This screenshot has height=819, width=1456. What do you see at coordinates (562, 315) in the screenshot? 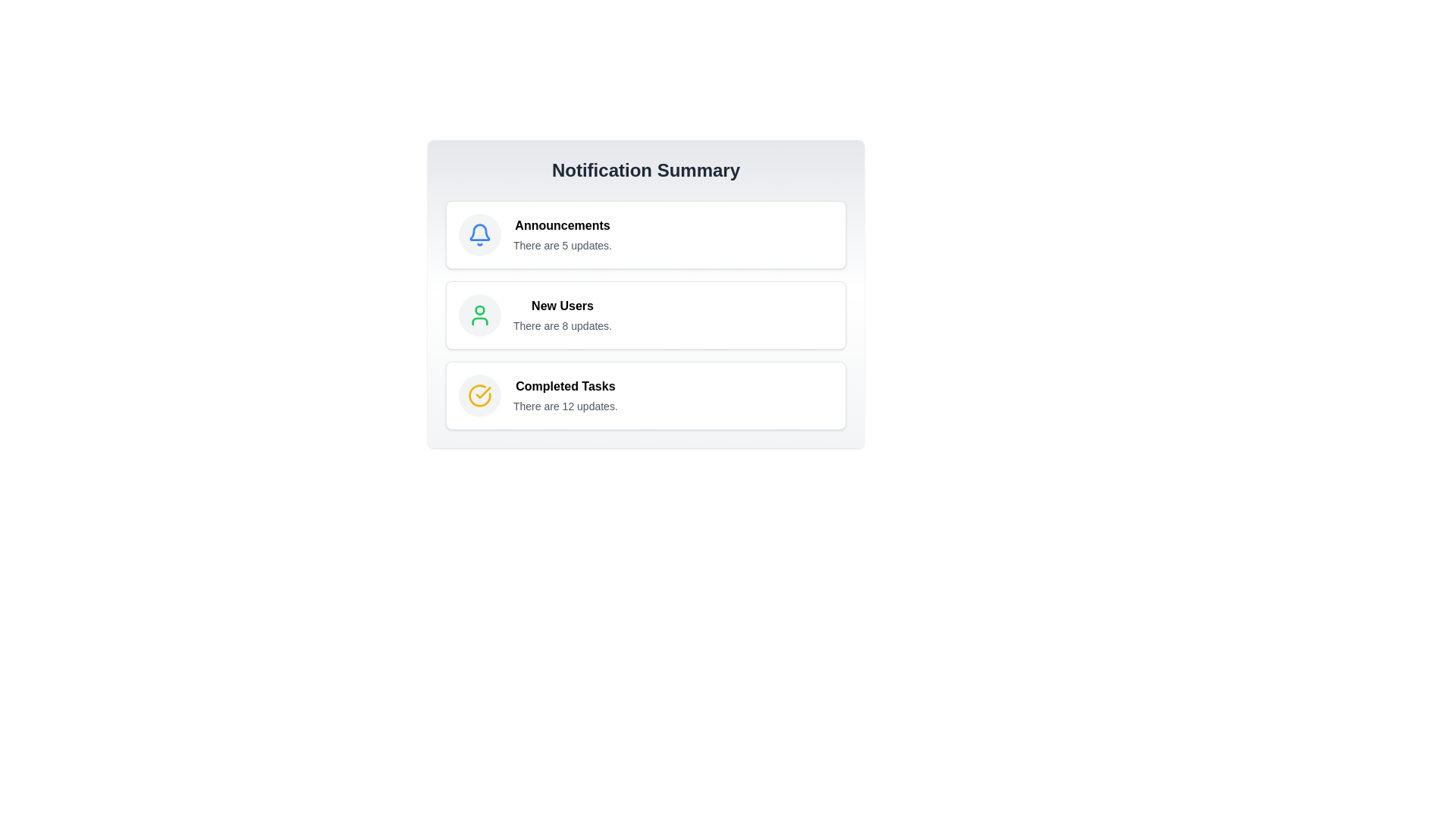
I see `notification indicator for the 'New Users' category that displays 8 updates, located in the second position of a vertically stacked list` at bounding box center [562, 315].